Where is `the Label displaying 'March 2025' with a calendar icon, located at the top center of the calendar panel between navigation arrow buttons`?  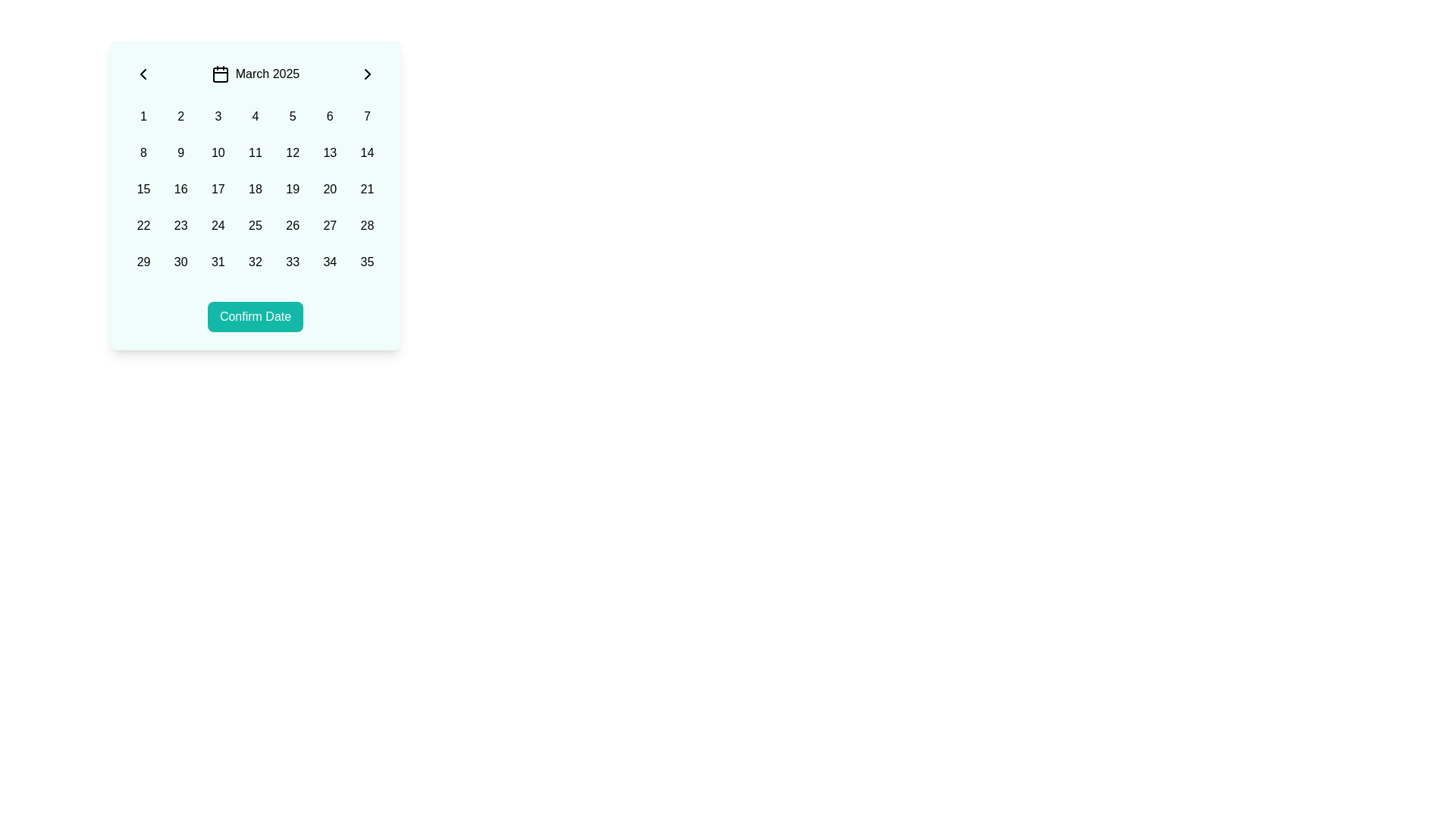 the Label displaying 'March 2025' with a calendar icon, located at the top center of the calendar panel between navigation arrow buttons is located at coordinates (255, 74).